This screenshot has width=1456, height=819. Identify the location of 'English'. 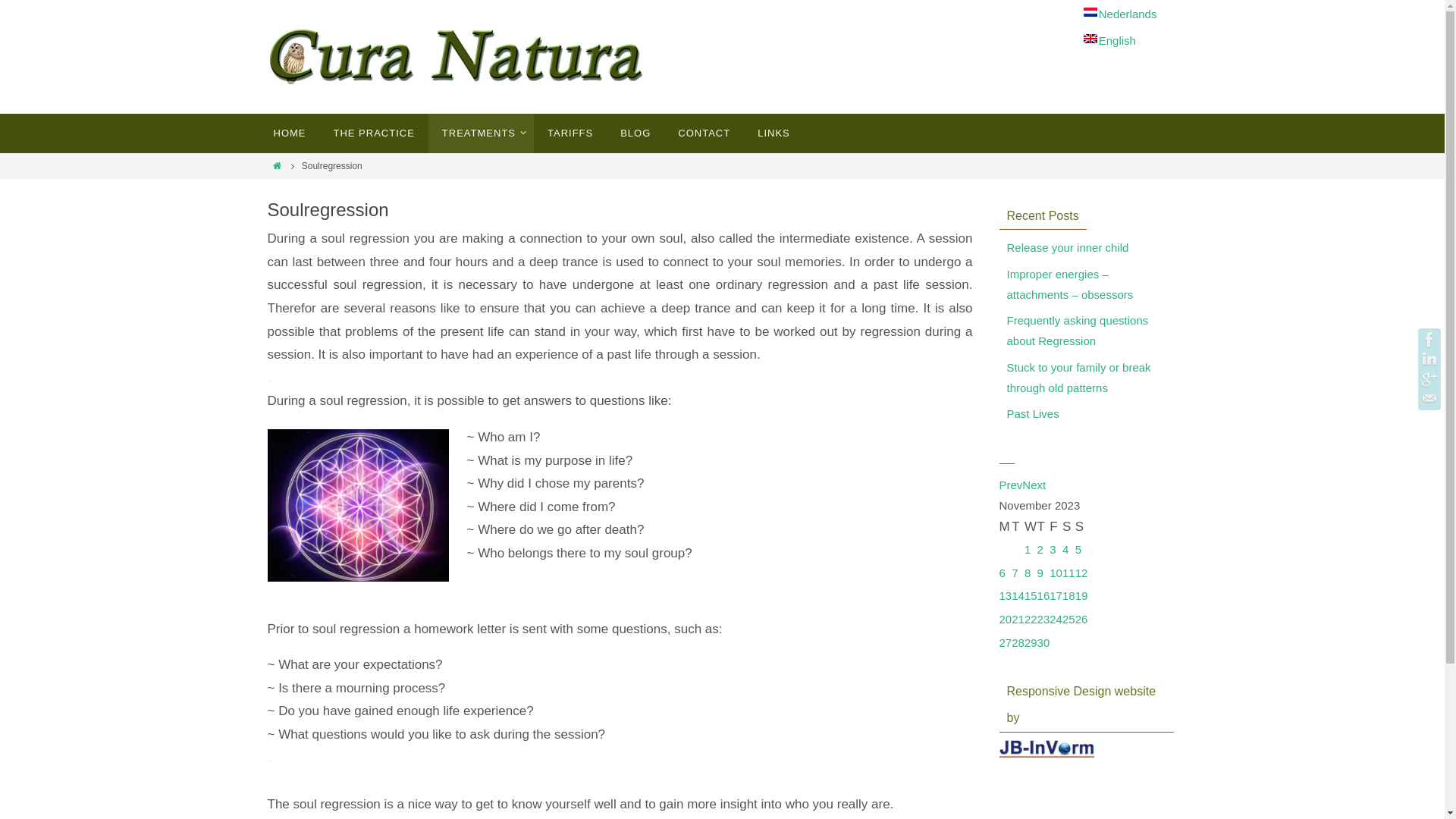
(1109, 39).